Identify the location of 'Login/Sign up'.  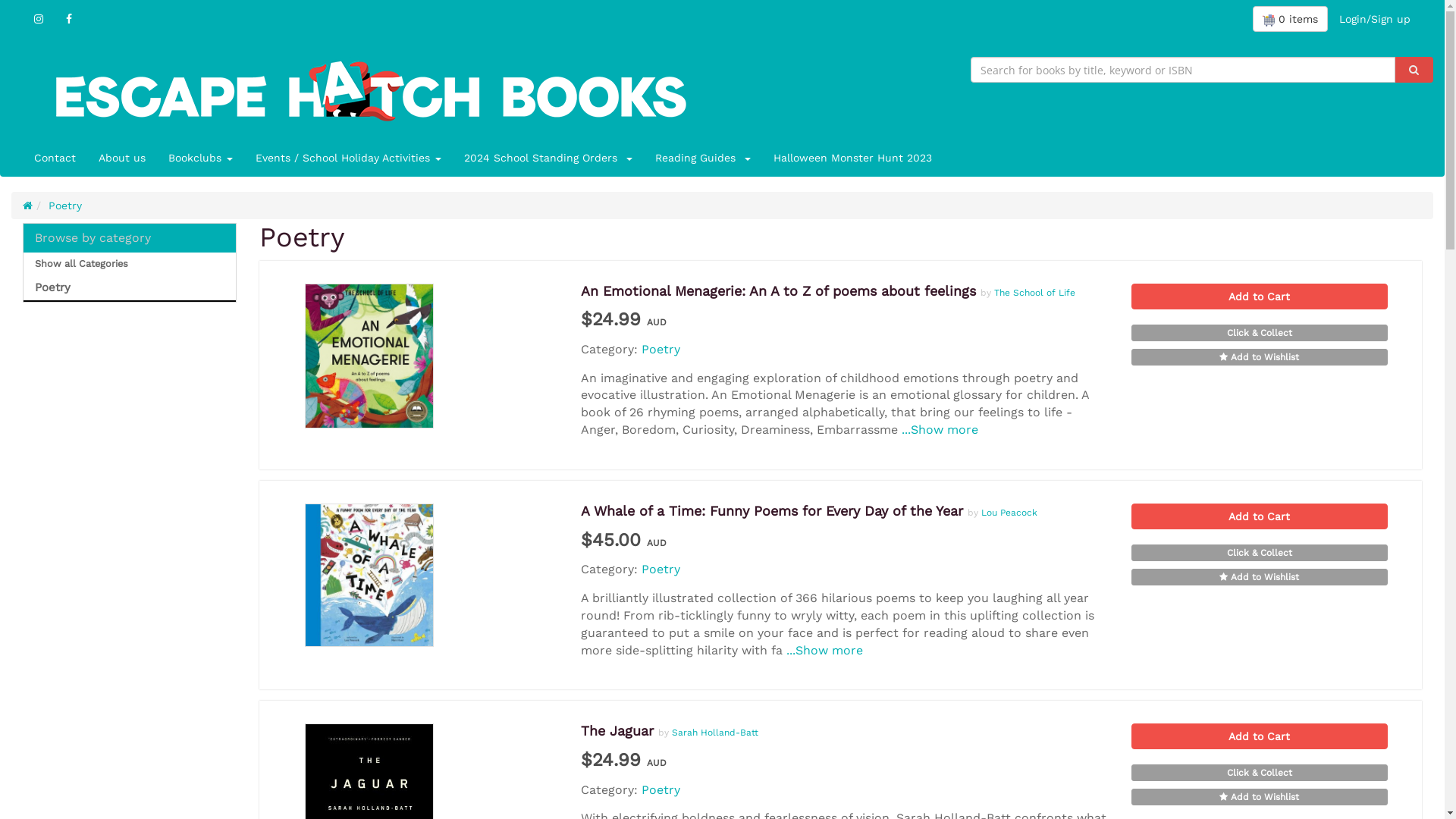
(1375, 18).